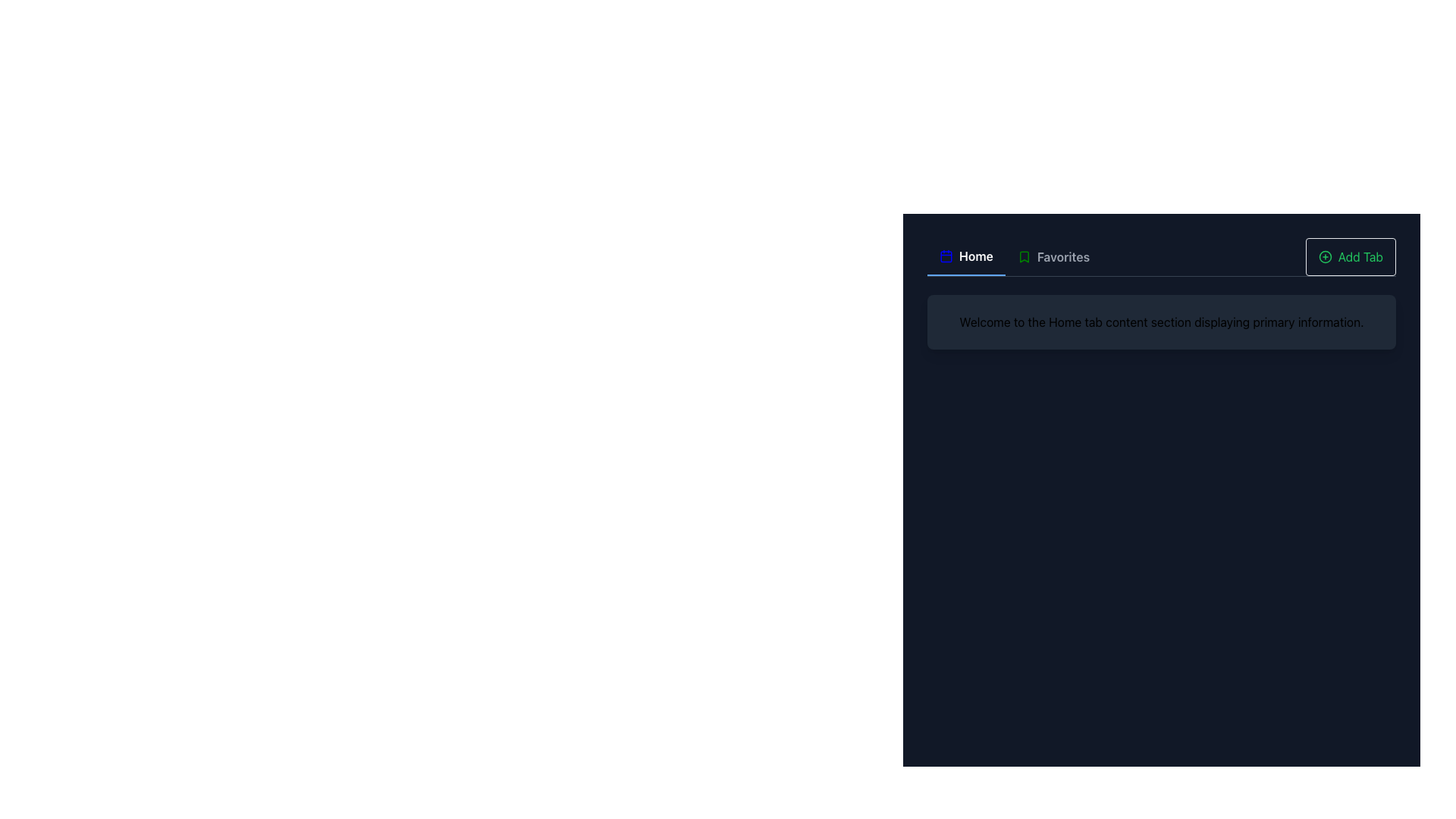 The image size is (1456, 819). Describe the element at coordinates (1024, 256) in the screenshot. I see `the green bookmark icon located to the left of the text 'Favorites' in the application's top navigation bar` at that location.